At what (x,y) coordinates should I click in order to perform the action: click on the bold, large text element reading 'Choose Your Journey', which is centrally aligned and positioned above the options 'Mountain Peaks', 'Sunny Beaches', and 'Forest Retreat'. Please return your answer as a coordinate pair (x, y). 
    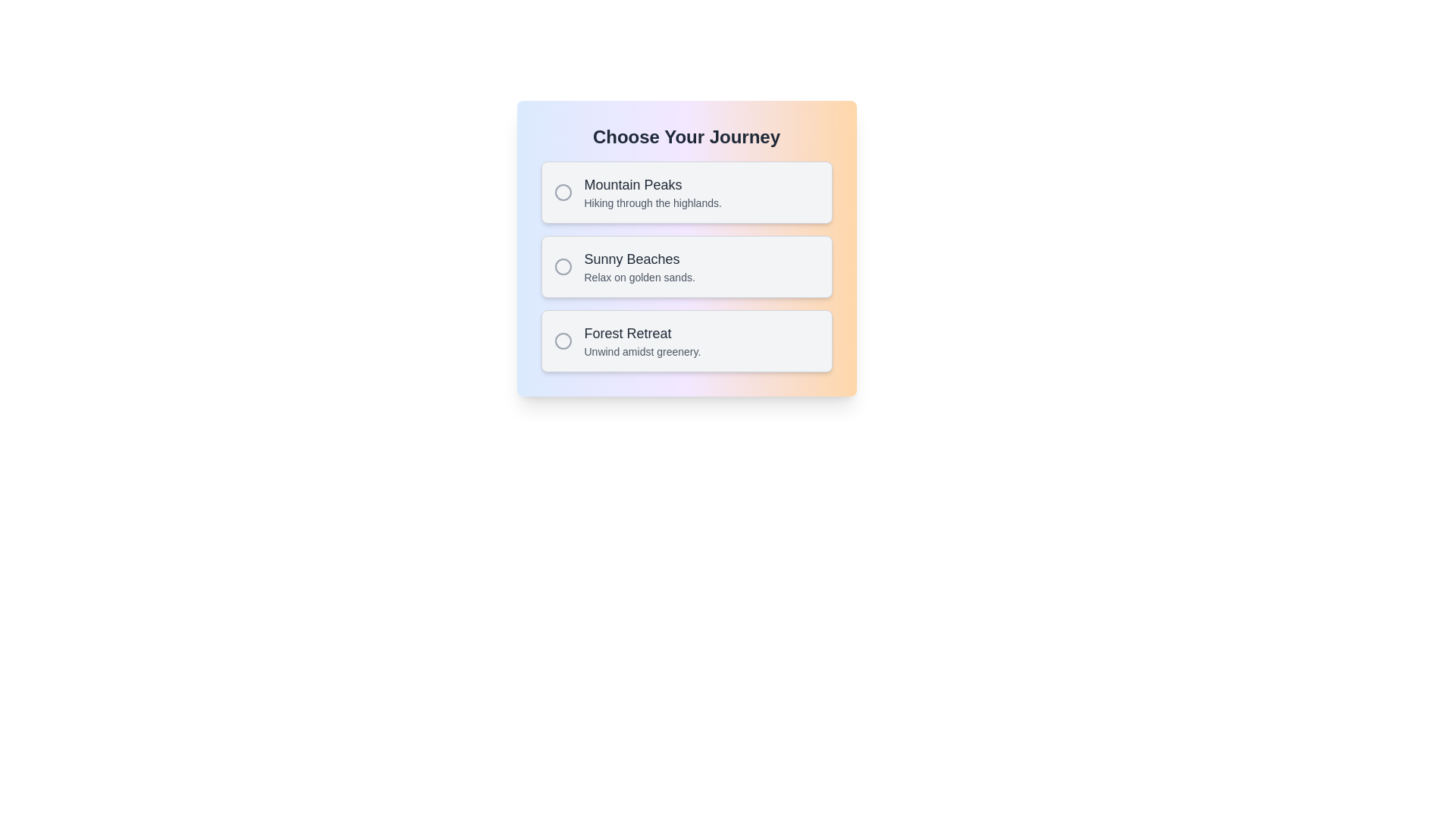
    Looking at the image, I should click on (686, 137).